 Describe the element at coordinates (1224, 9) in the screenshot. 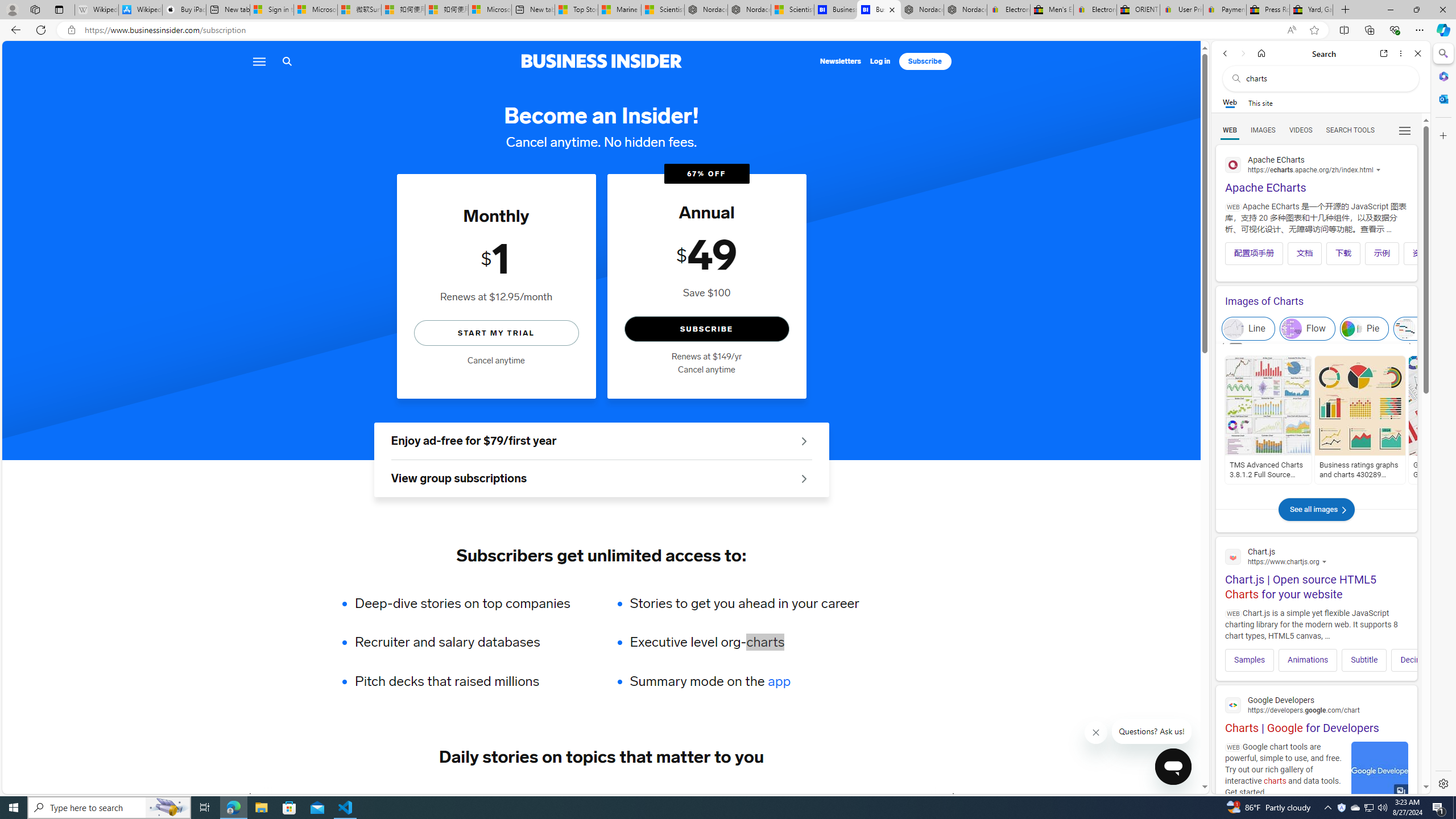

I see `'Payments Terms of Use | eBay.com'` at that location.